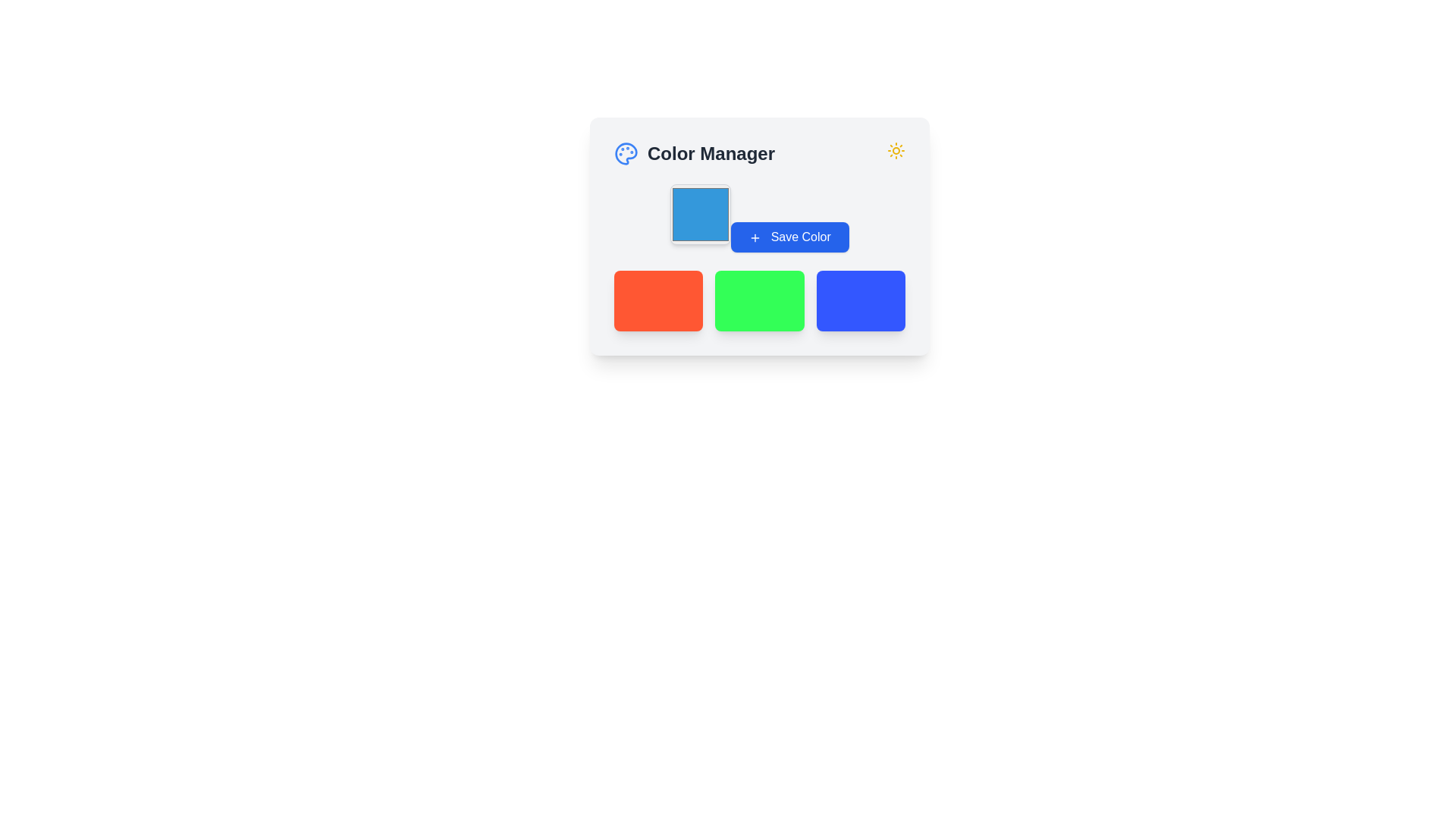  What do you see at coordinates (700, 214) in the screenshot?
I see `the color selection indicator located in the 'Color Manager' card, positioned to the left of the 'Save Color' button and above the color swatches` at bounding box center [700, 214].